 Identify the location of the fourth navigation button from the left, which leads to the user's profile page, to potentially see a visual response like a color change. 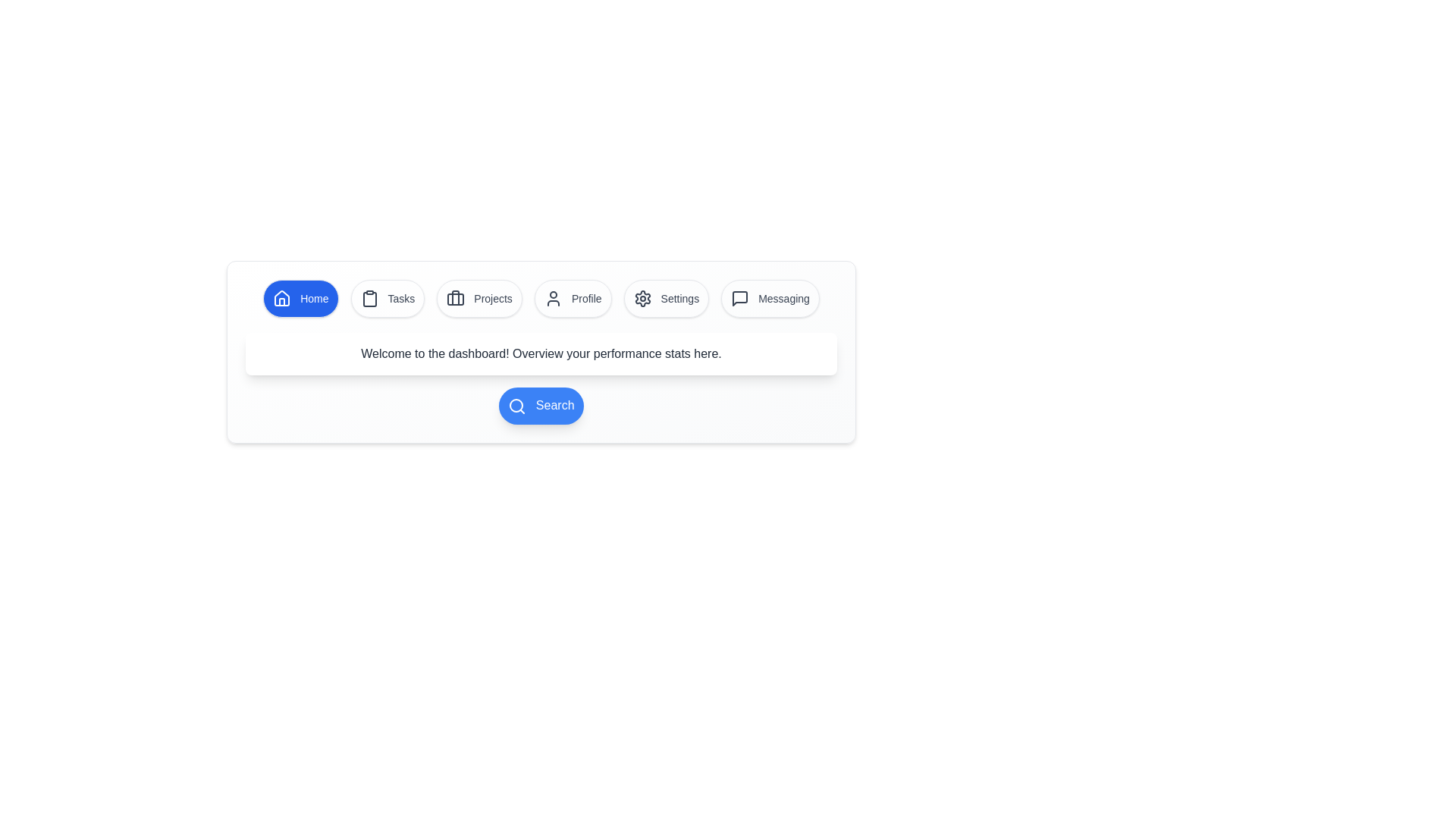
(572, 298).